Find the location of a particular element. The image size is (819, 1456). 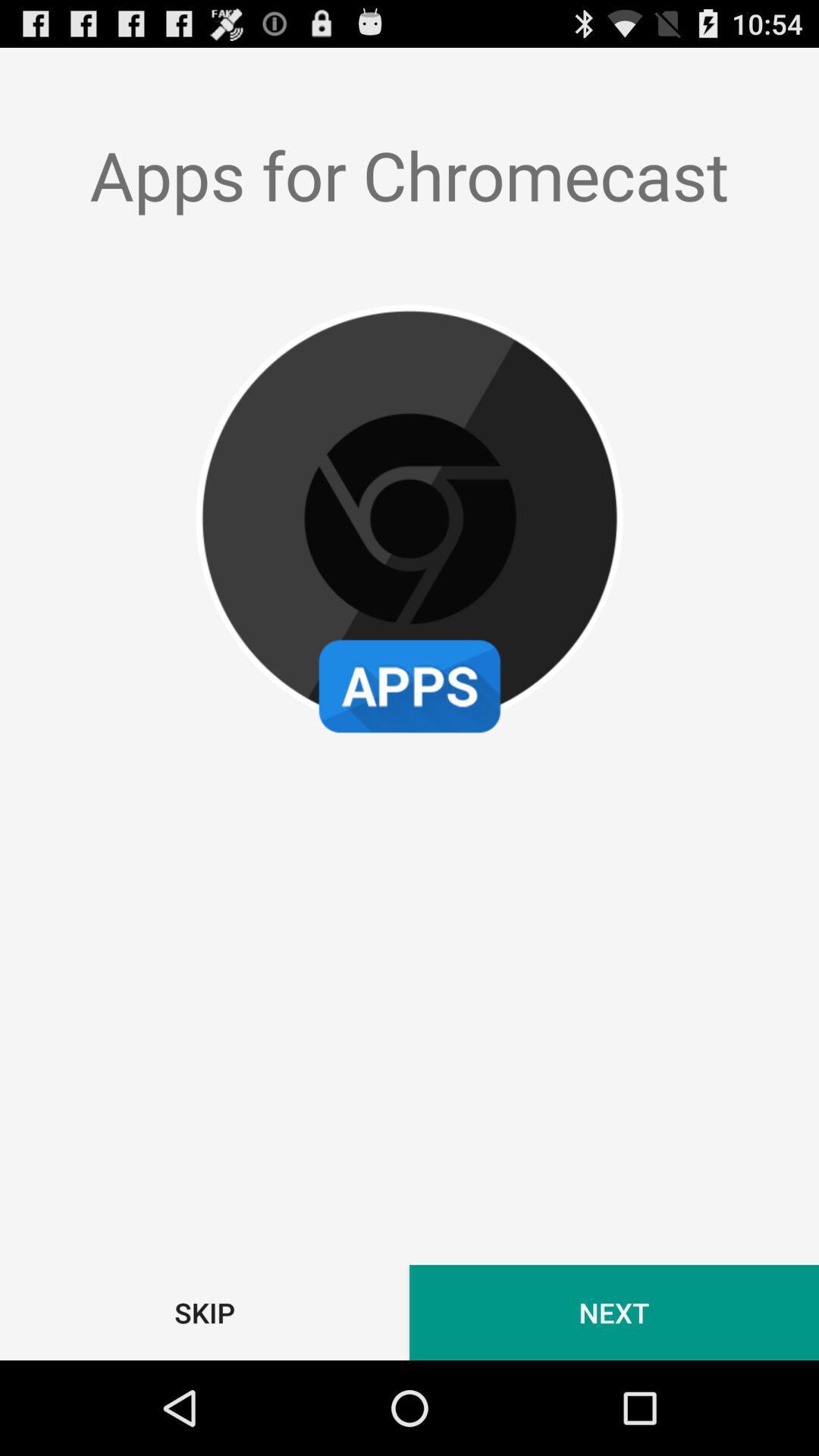

the skip item is located at coordinates (205, 1312).